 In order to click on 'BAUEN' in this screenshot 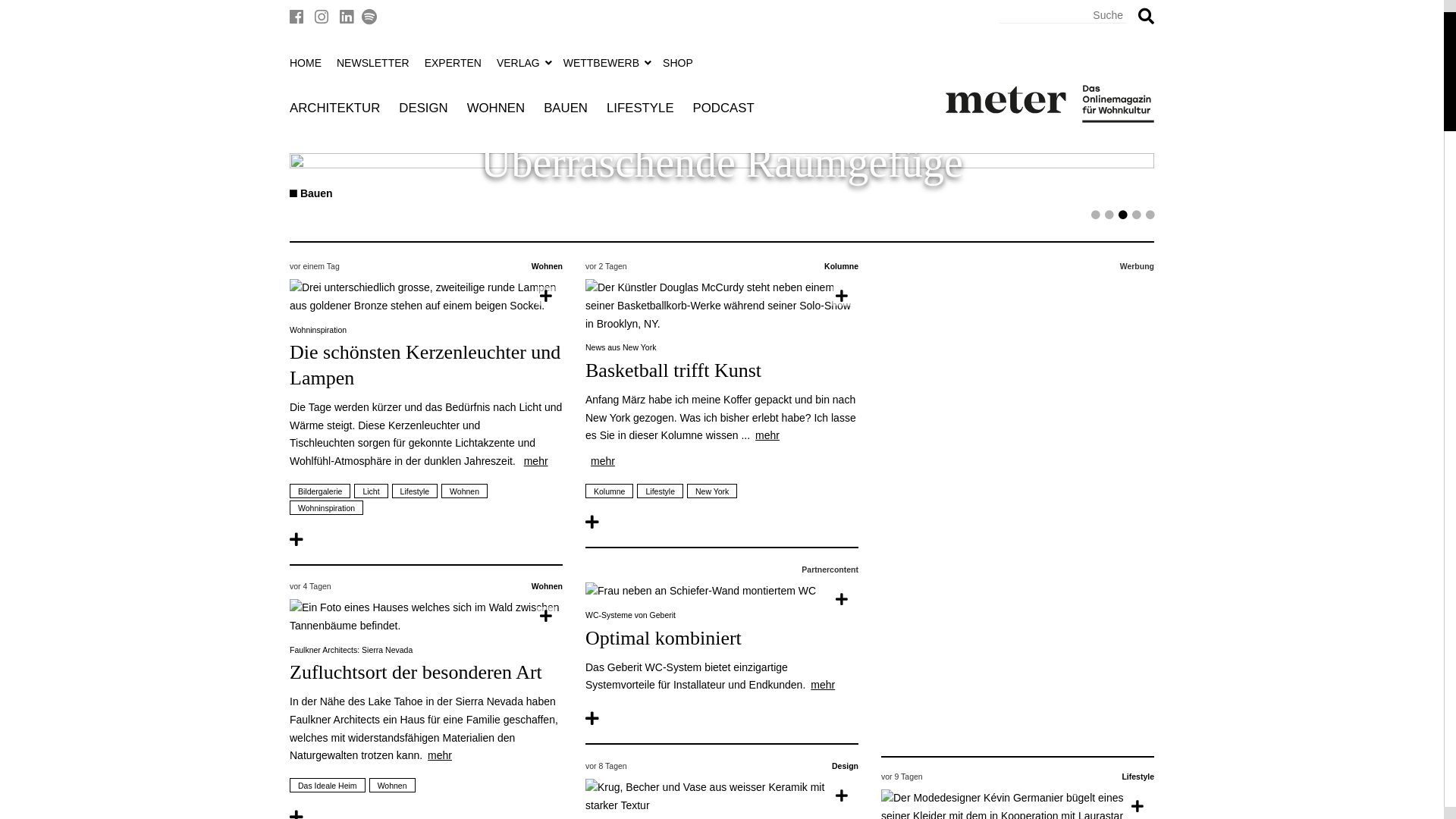, I will do `click(564, 108)`.